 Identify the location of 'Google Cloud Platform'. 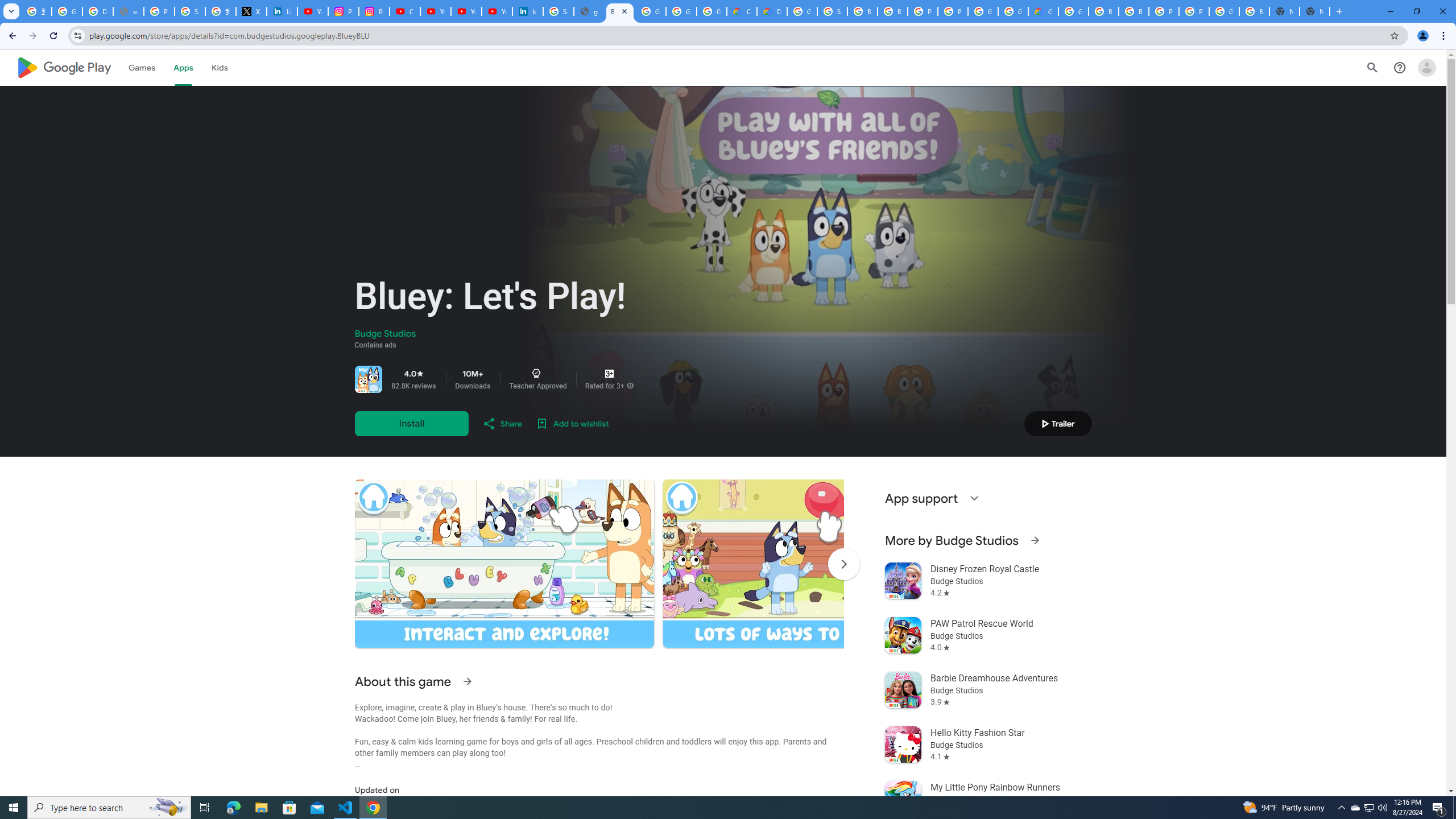
(1013, 11).